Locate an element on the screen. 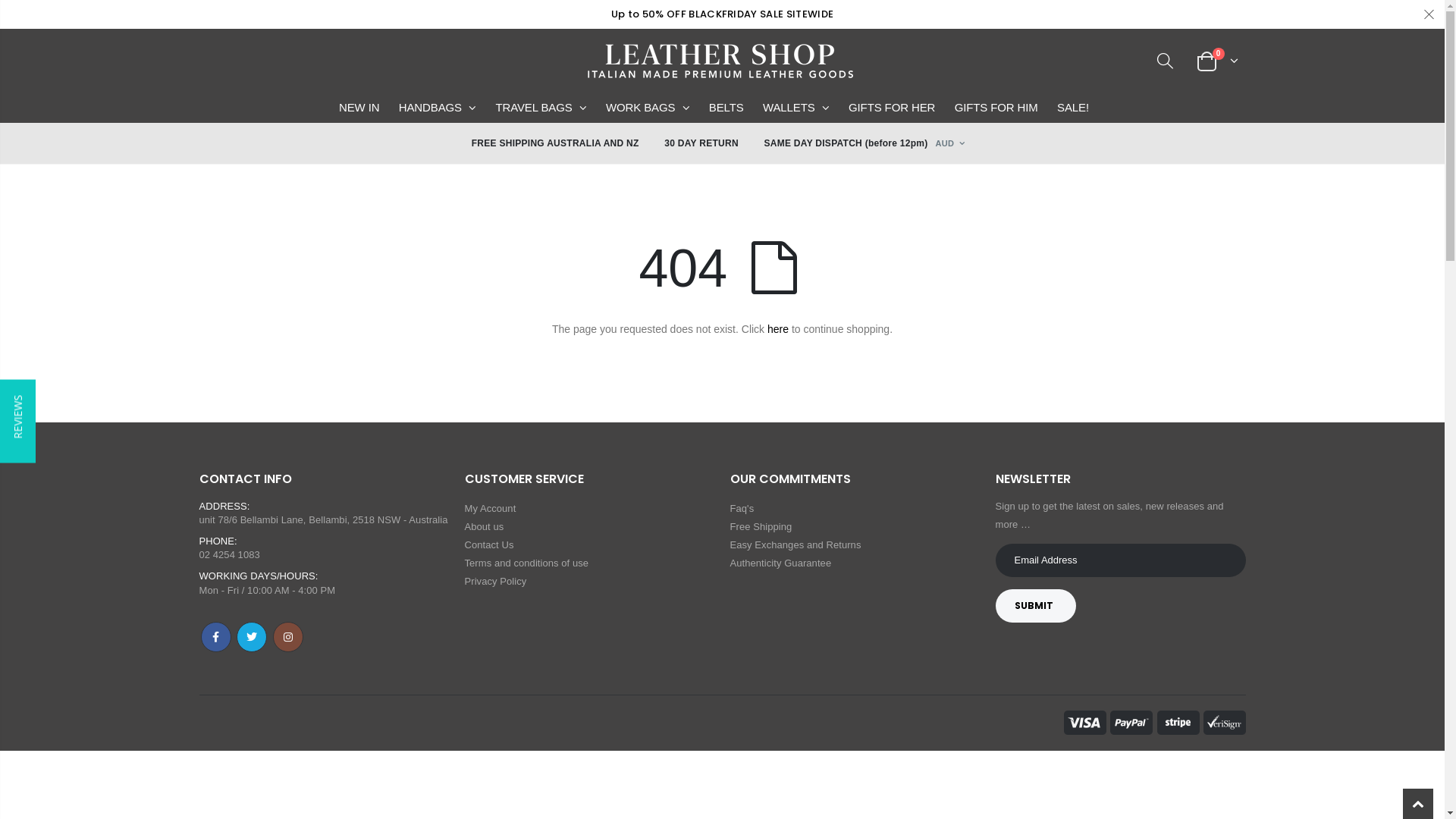  'WALLETS' is located at coordinates (803, 102).